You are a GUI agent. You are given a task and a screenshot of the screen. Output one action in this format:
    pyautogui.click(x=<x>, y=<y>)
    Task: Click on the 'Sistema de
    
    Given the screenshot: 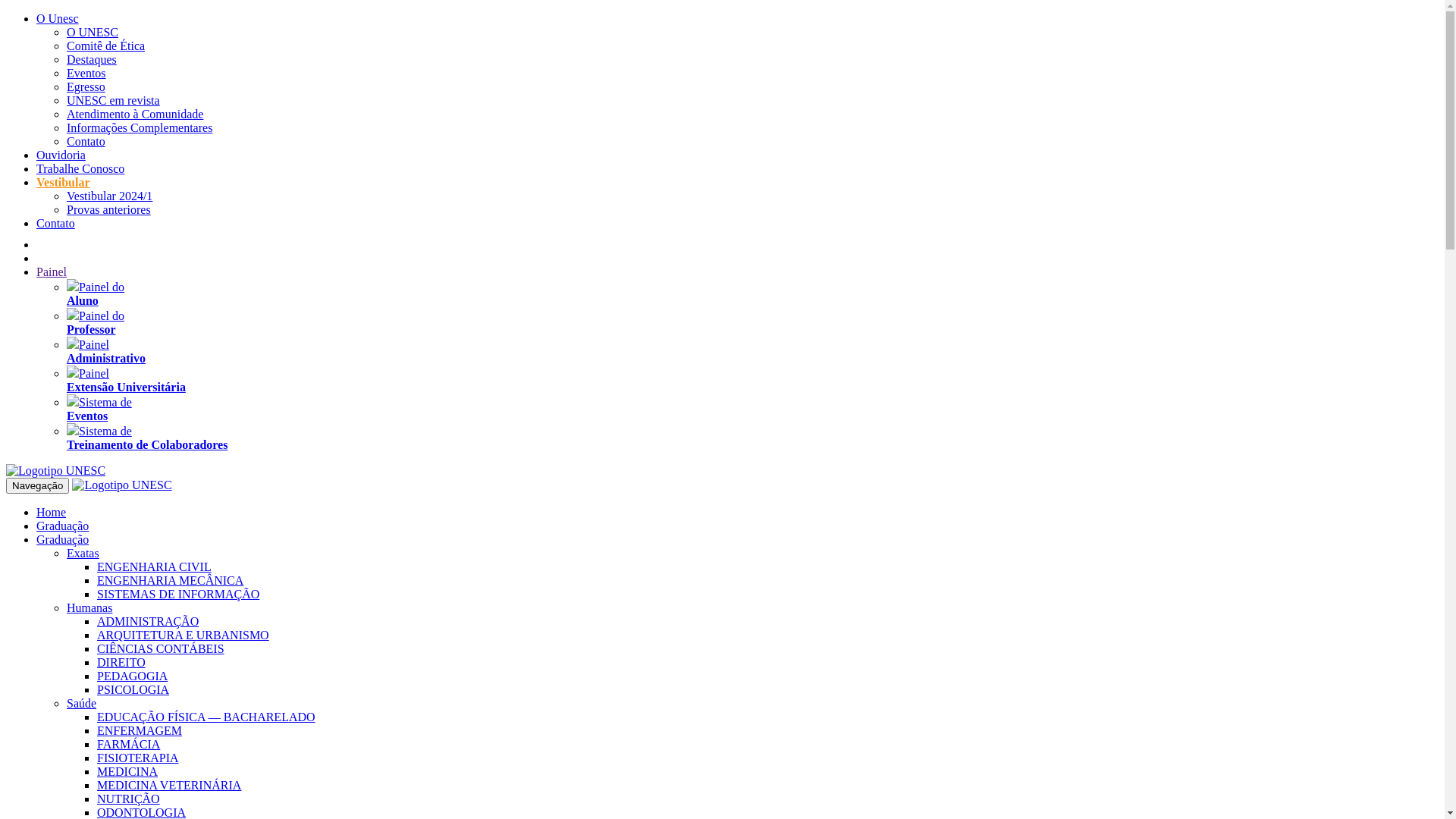 What is the action you would take?
    pyautogui.click(x=65, y=408)
    